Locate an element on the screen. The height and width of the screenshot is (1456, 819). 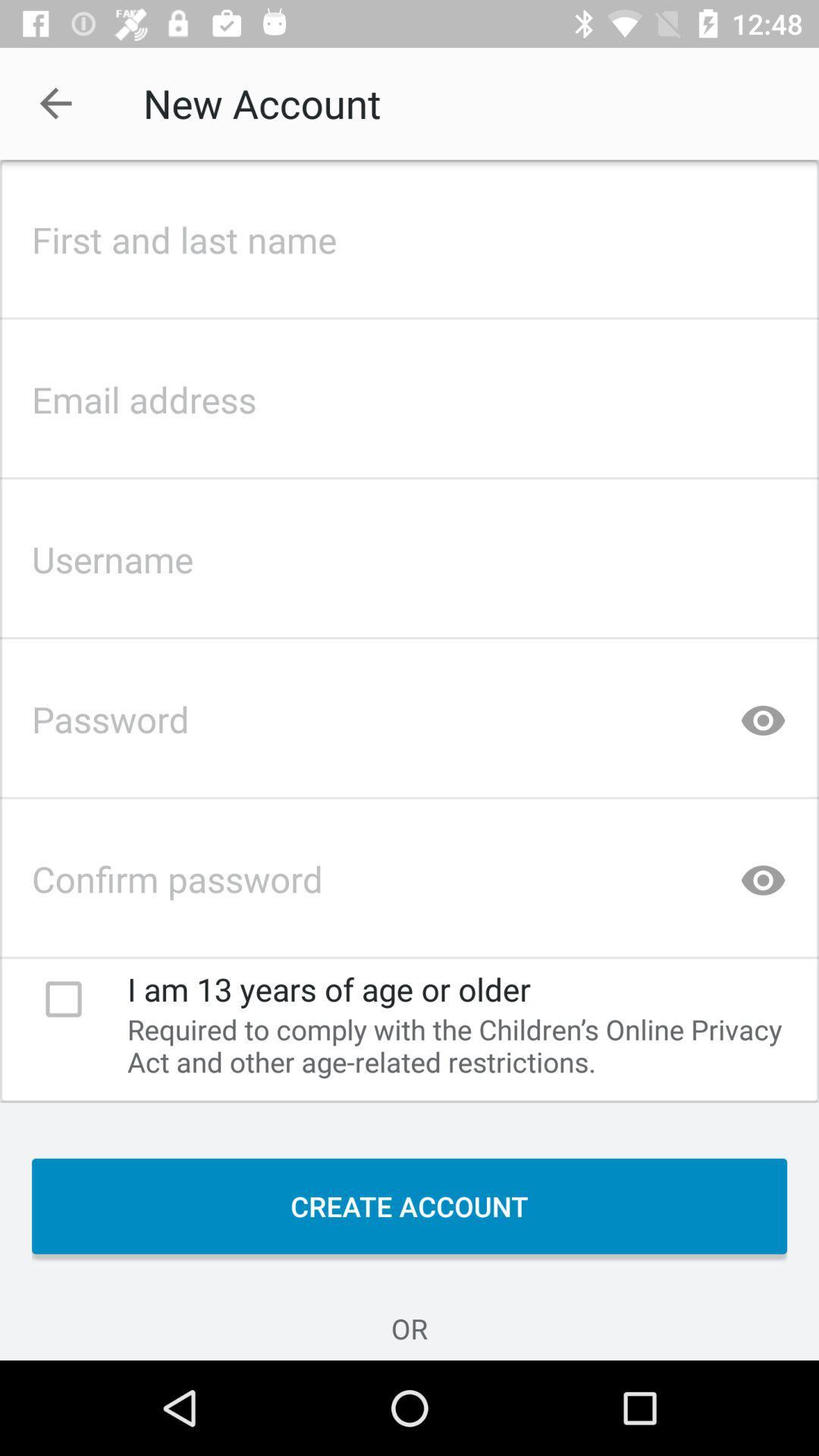
email address field is located at coordinates (409, 395).